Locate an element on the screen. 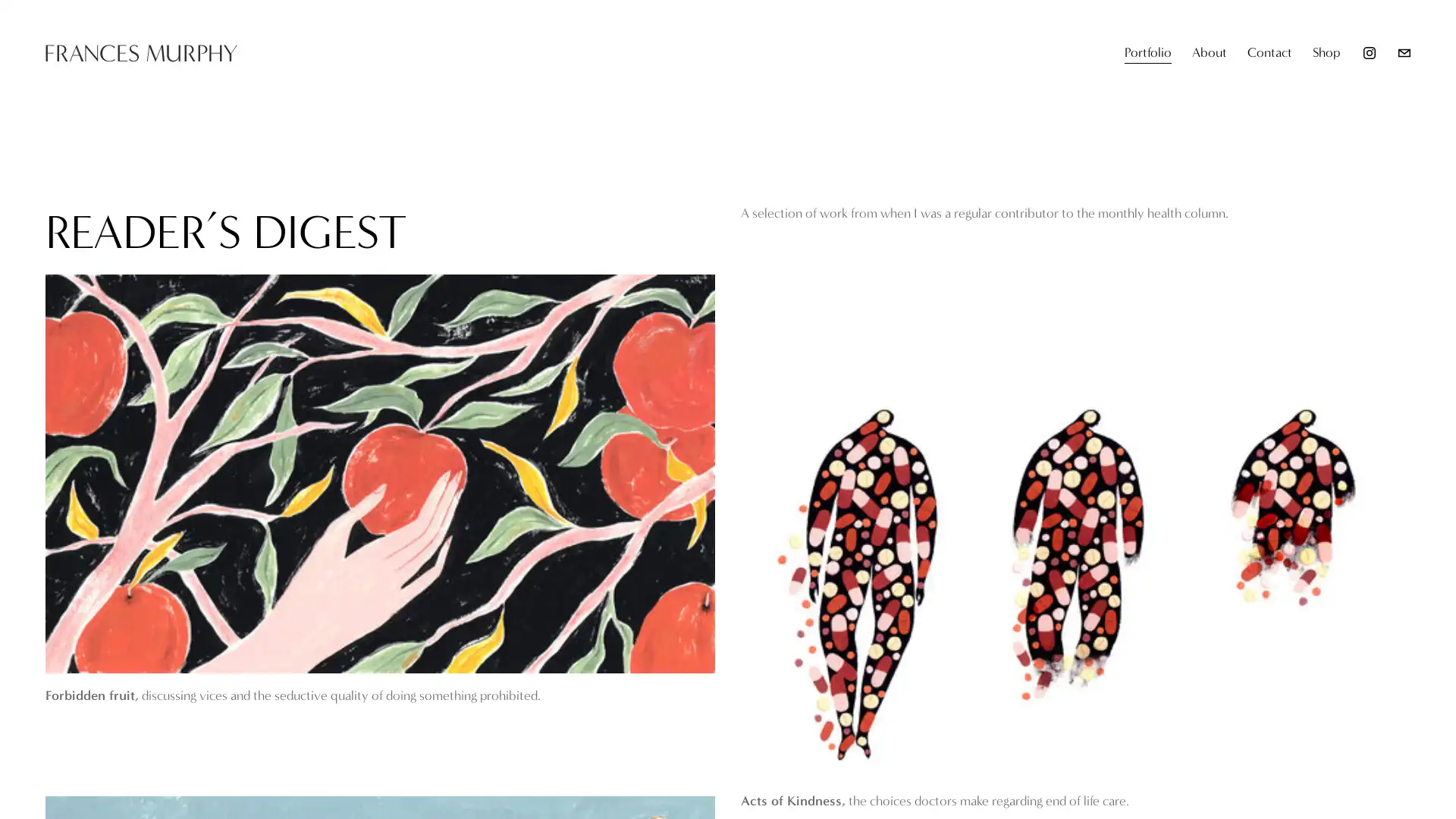  View fullsize Acts of Kindness, the choices doctors make regarding end of life care. is located at coordinates (1075, 577).